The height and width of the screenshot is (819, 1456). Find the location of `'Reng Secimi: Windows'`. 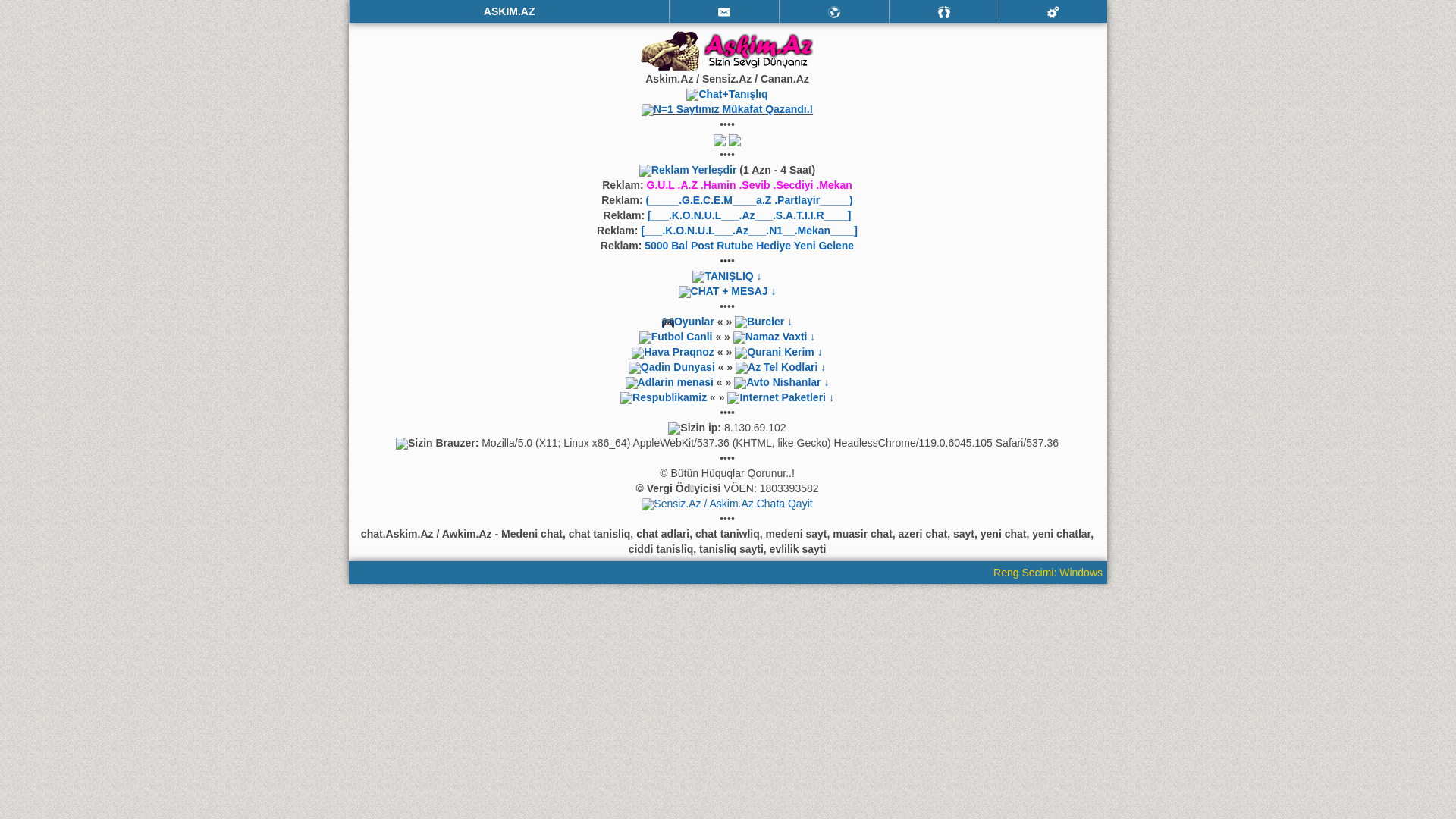

'Reng Secimi: Windows' is located at coordinates (1050, 573).